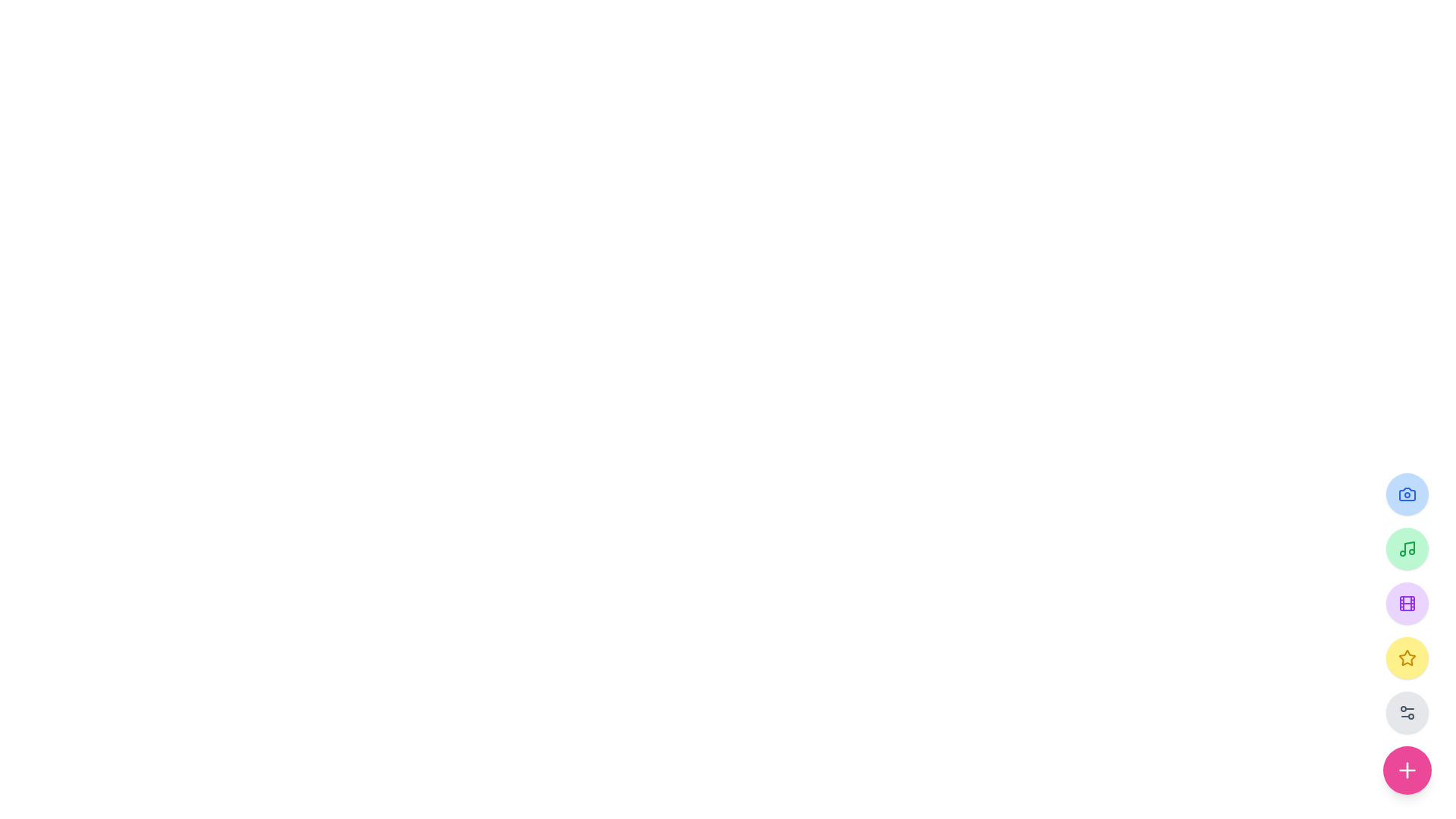 The width and height of the screenshot is (1456, 819). Describe the element at coordinates (1407, 770) in the screenshot. I see `the pink circular button with a white '+' icon located at the lower right corner of the interface` at that location.